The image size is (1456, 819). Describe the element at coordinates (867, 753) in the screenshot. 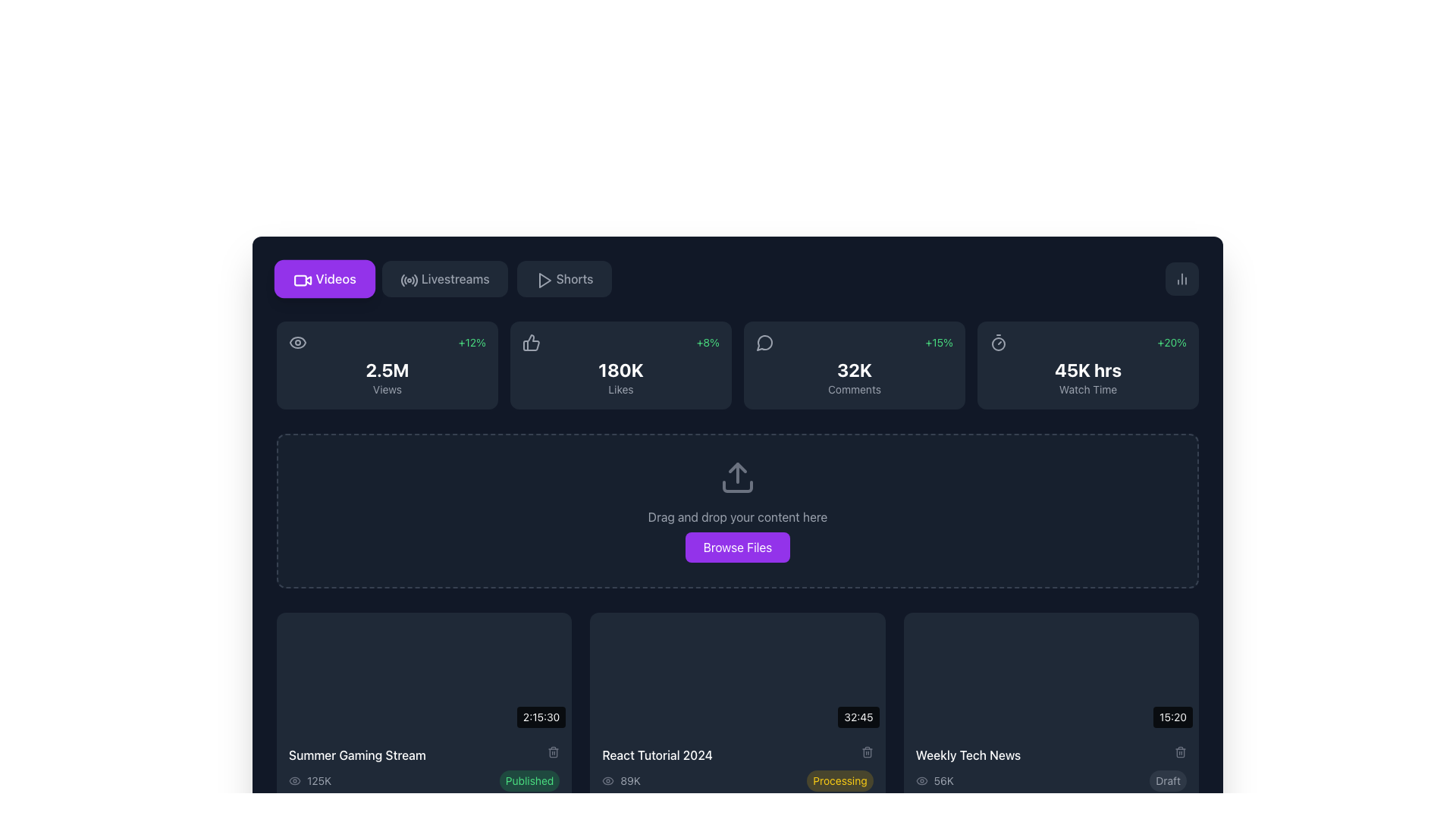

I see `the trash can's body element within the delete icon, which indicates its functionality for deletion in the user interface` at that location.